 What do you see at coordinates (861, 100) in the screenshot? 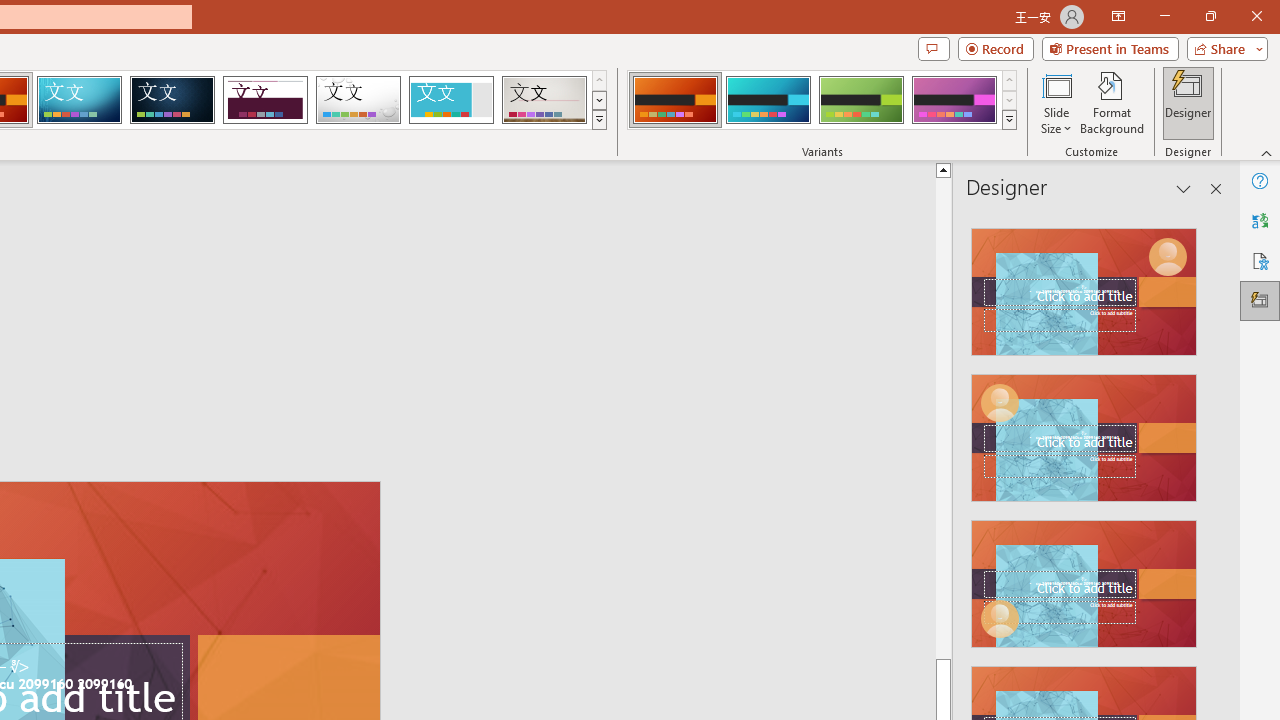
I see `'Berlin Variant 3'` at bounding box center [861, 100].